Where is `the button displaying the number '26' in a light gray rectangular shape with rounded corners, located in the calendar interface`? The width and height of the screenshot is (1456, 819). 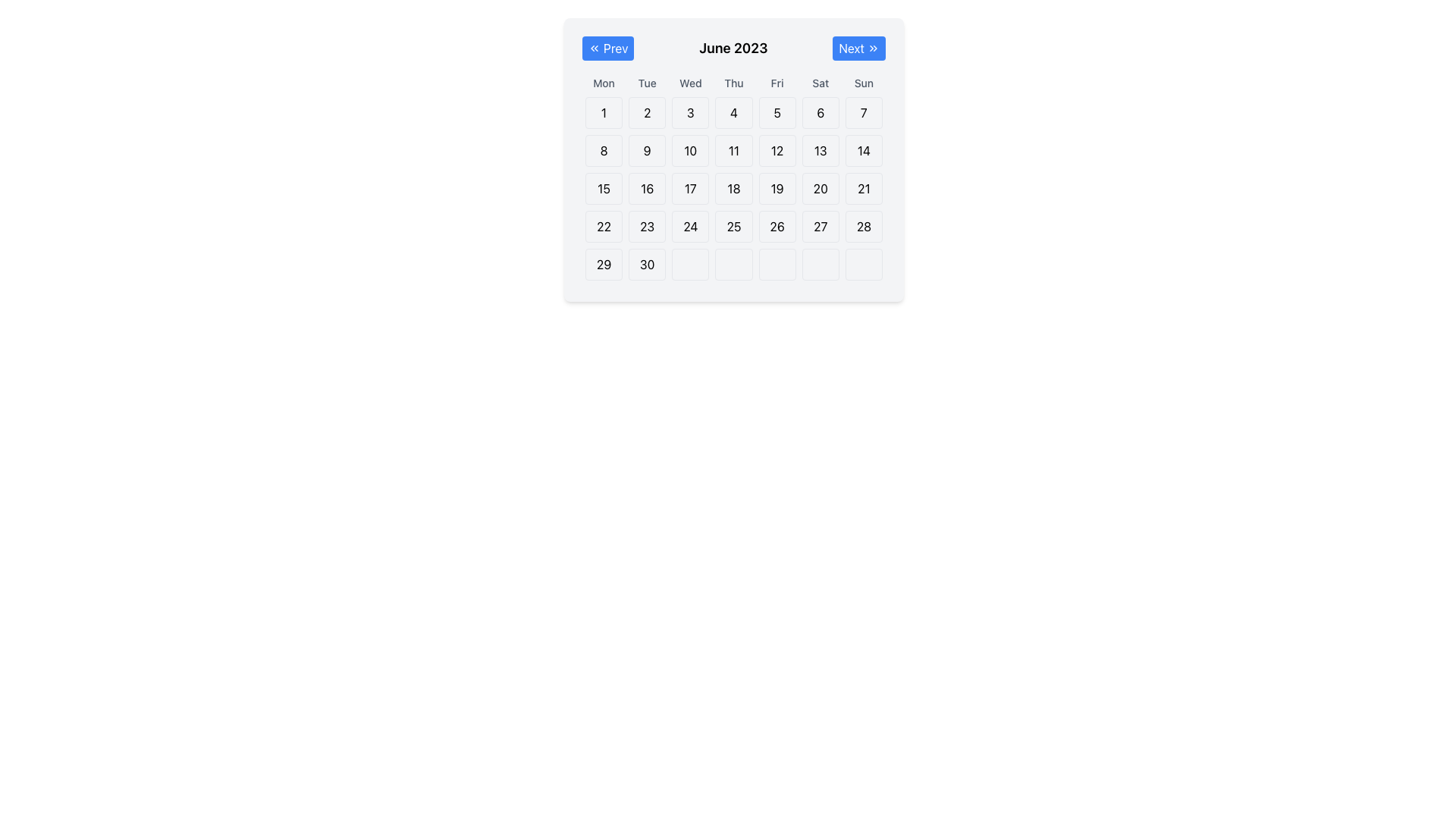
the button displaying the number '26' in a light gray rectangular shape with rounded corners, located in the calendar interface is located at coordinates (777, 227).